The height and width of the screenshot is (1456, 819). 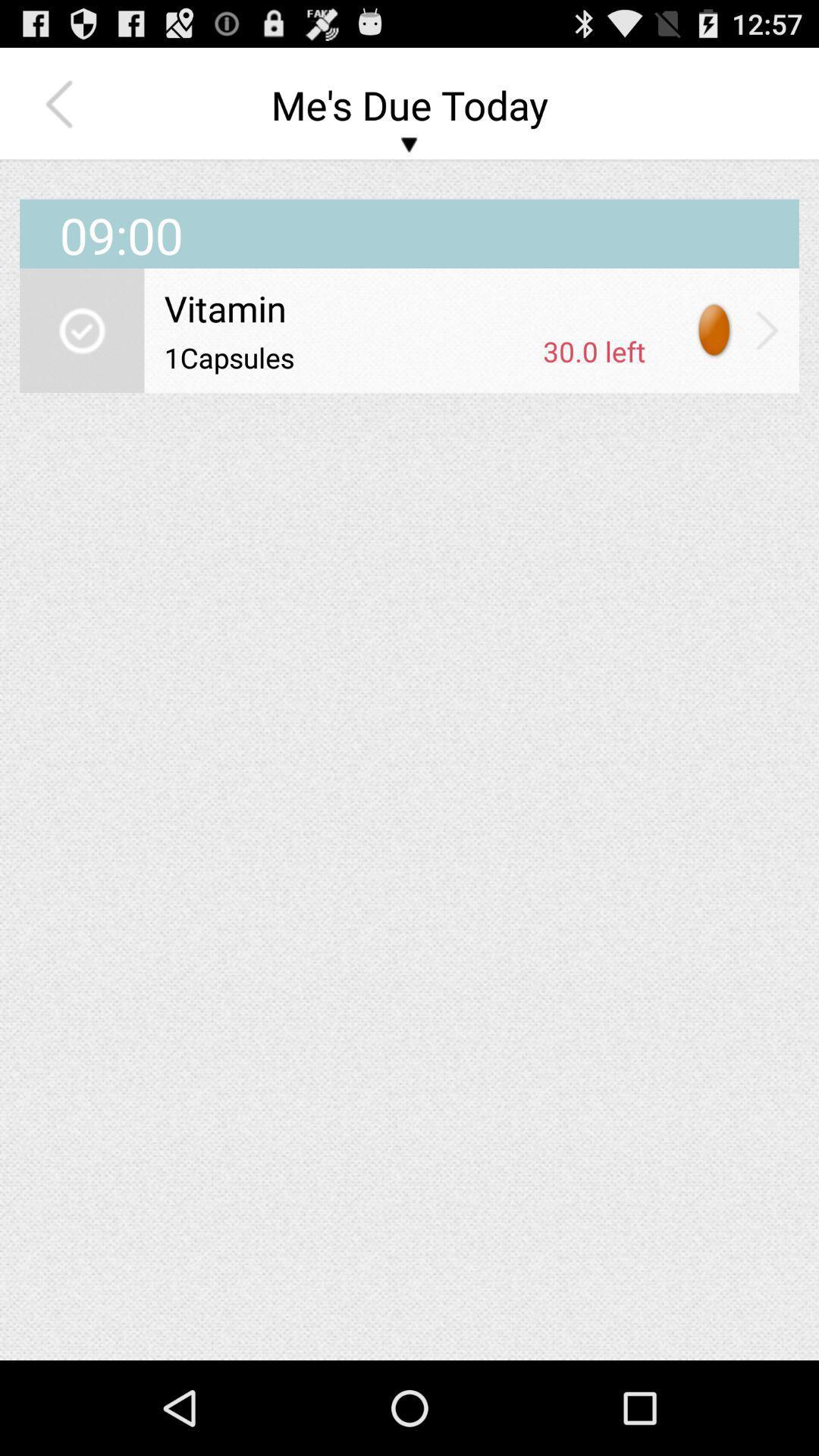 What do you see at coordinates (348, 356) in the screenshot?
I see `1capsules icon` at bounding box center [348, 356].